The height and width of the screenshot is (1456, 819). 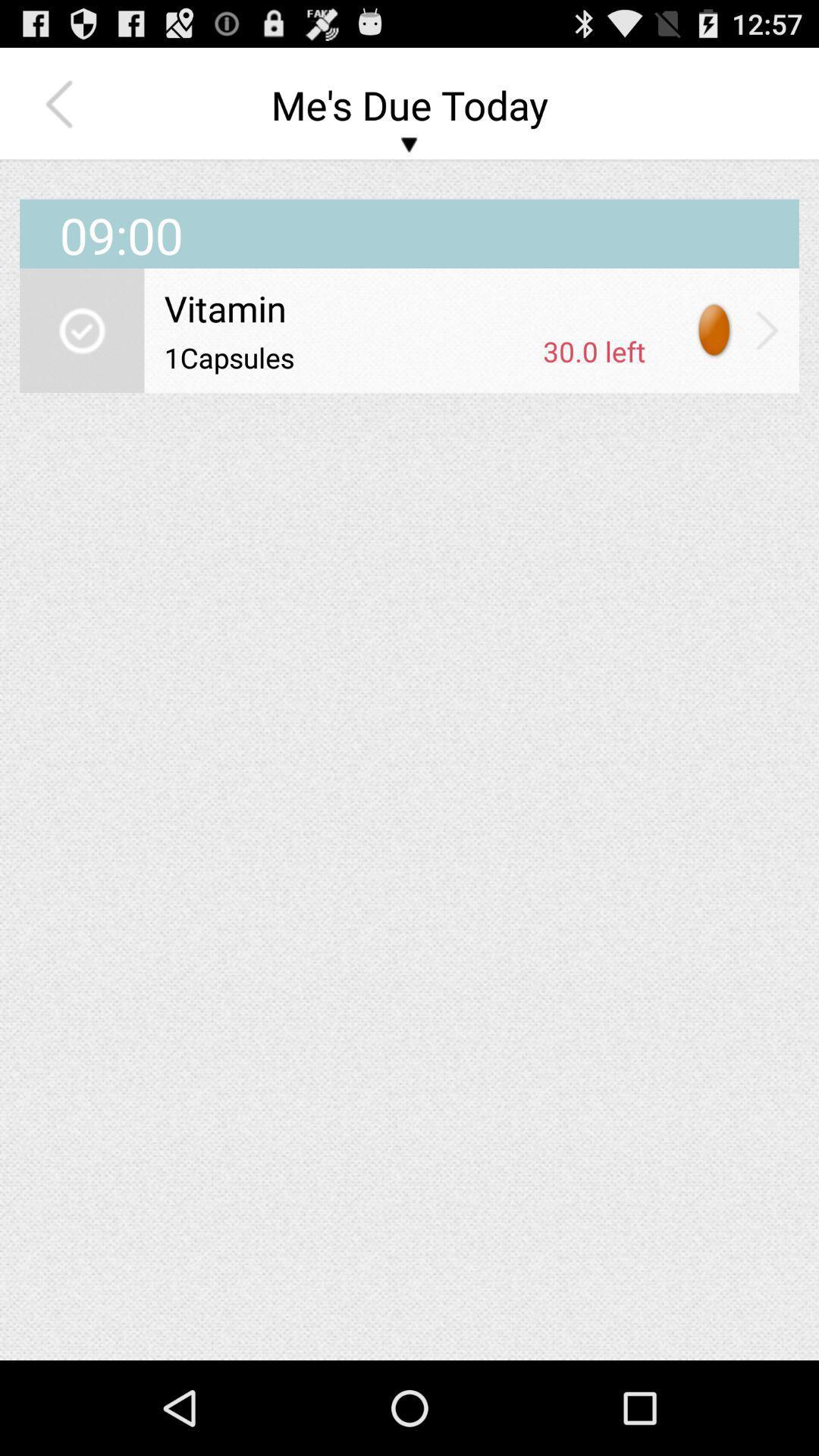 What do you see at coordinates (348, 356) in the screenshot?
I see `1capsules icon` at bounding box center [348, 356].